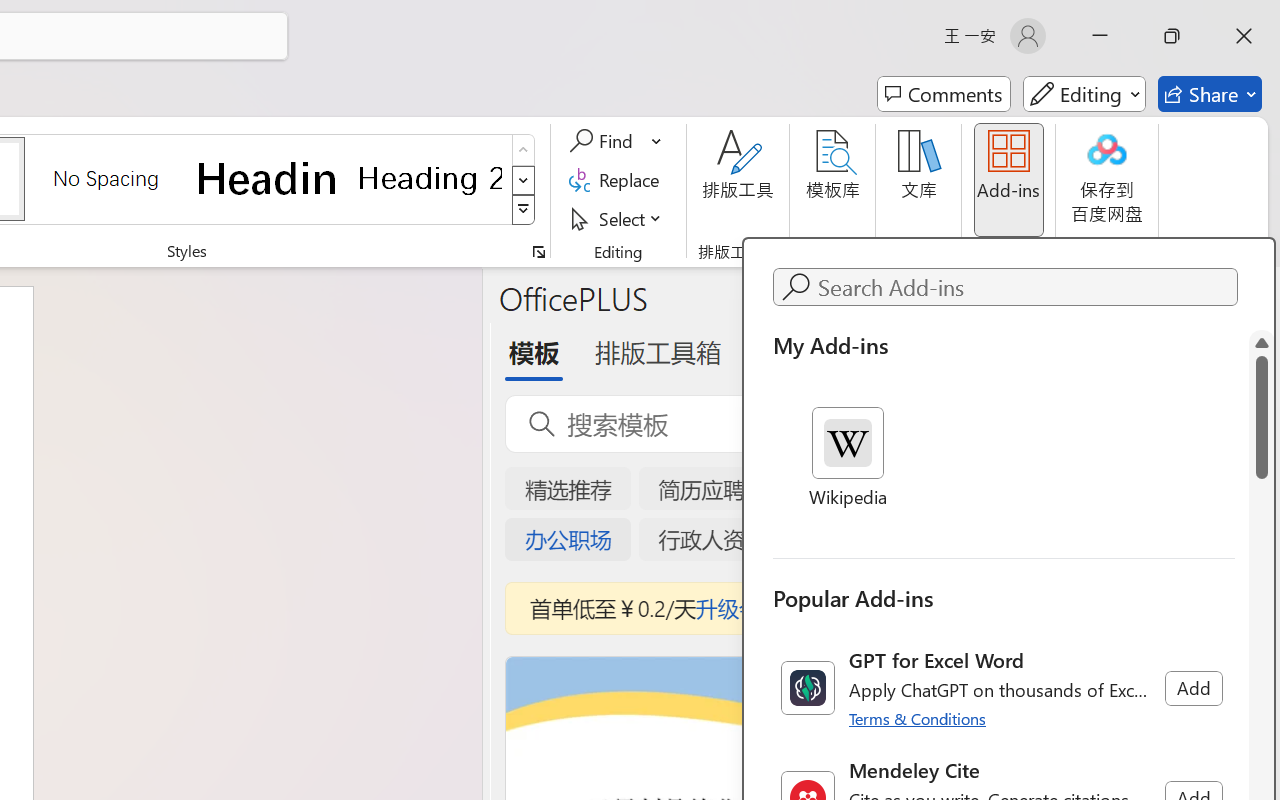  Describe the element at coordinates (1261, 342) in the screenshot. I see `'Line up'` at that location.